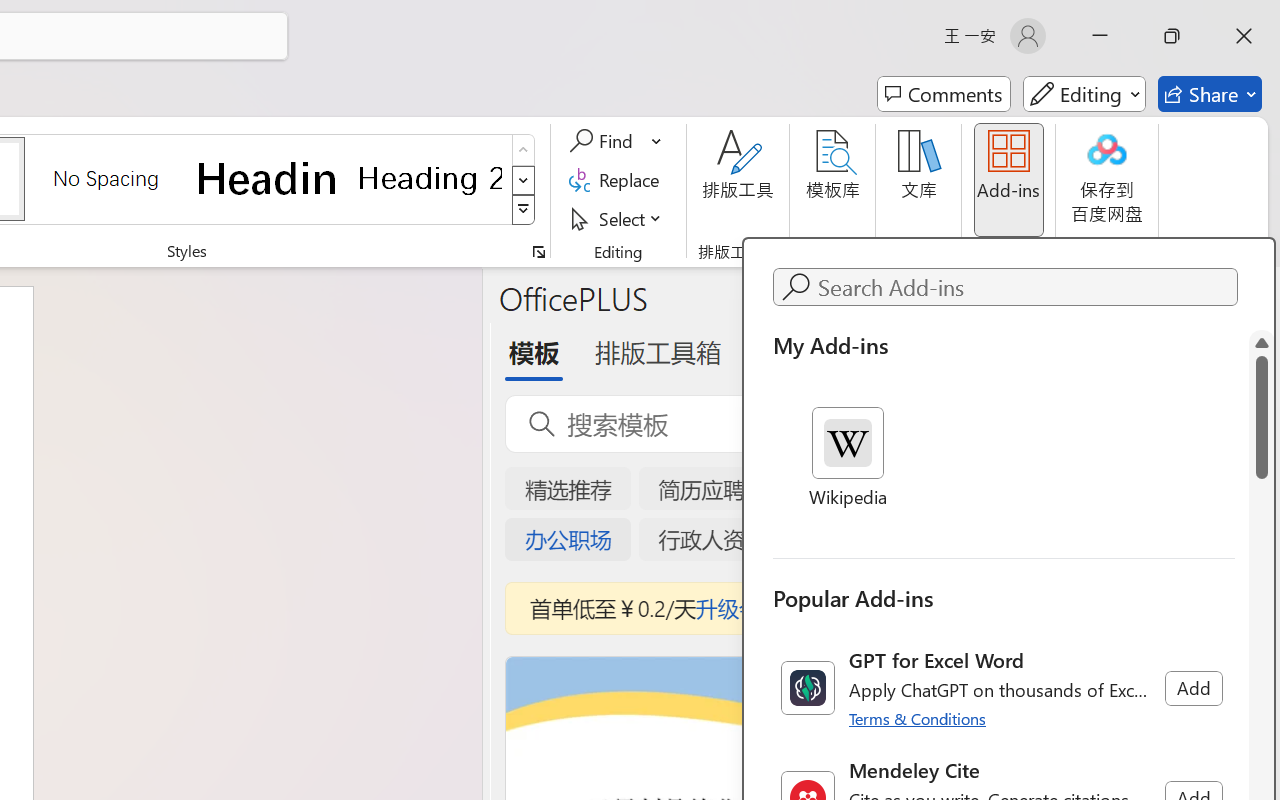  Describe the element at coordinates (1261, 342) in the screenshot. I see `'Line up'` at that location.